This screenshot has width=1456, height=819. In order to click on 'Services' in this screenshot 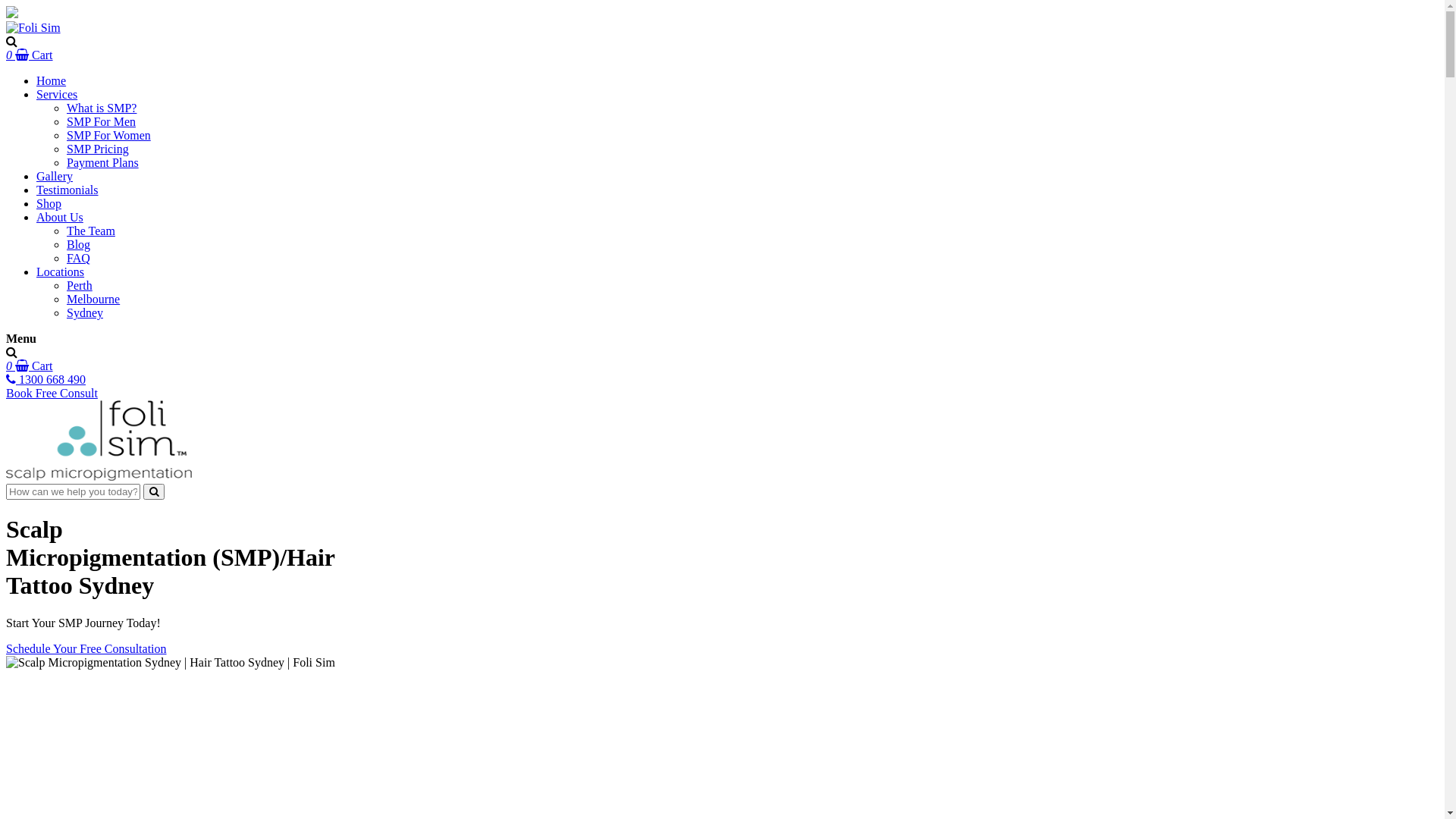, I will do `click(36, 94)`.